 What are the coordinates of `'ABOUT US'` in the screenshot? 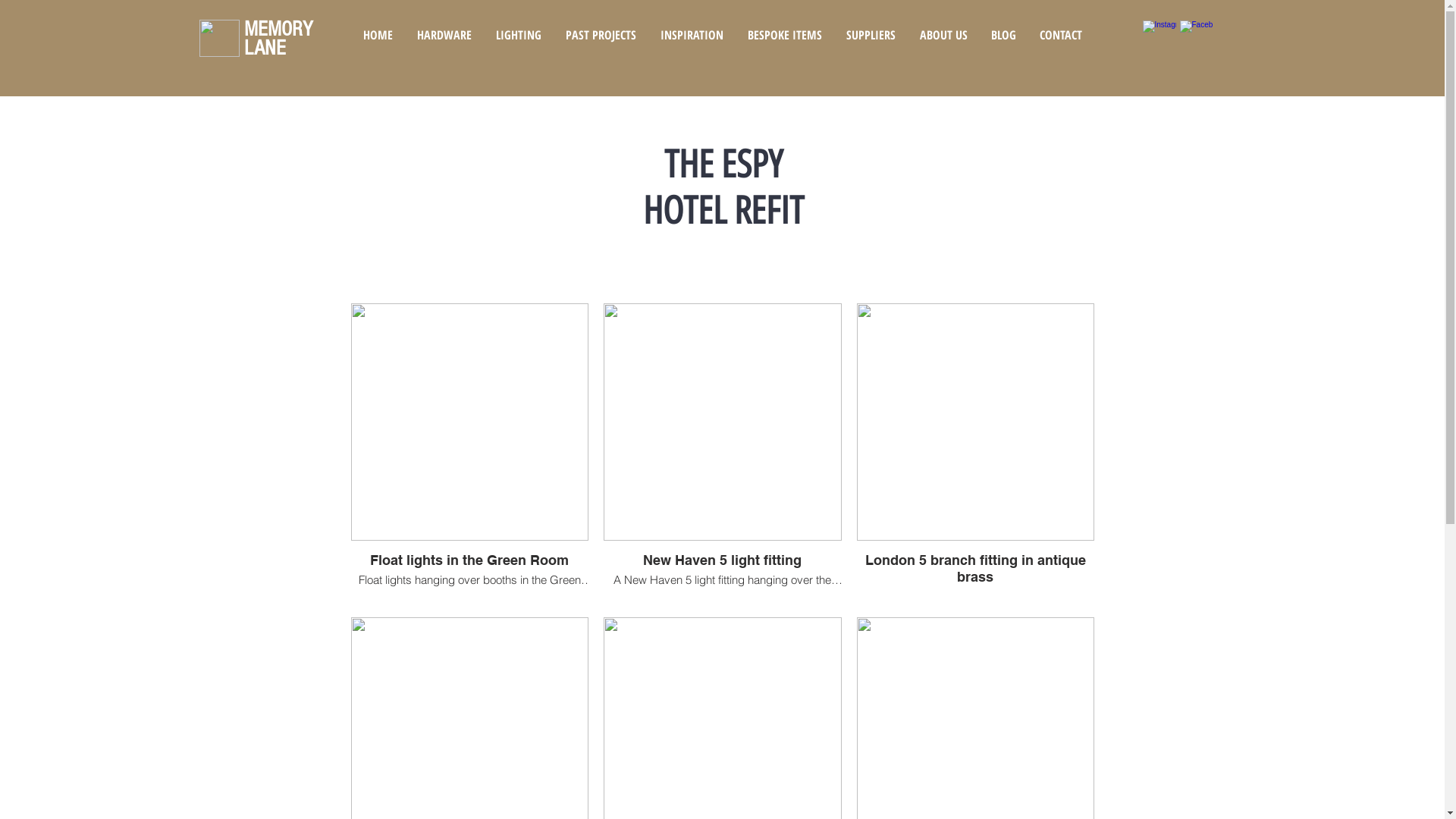 It's located at (942, 34).